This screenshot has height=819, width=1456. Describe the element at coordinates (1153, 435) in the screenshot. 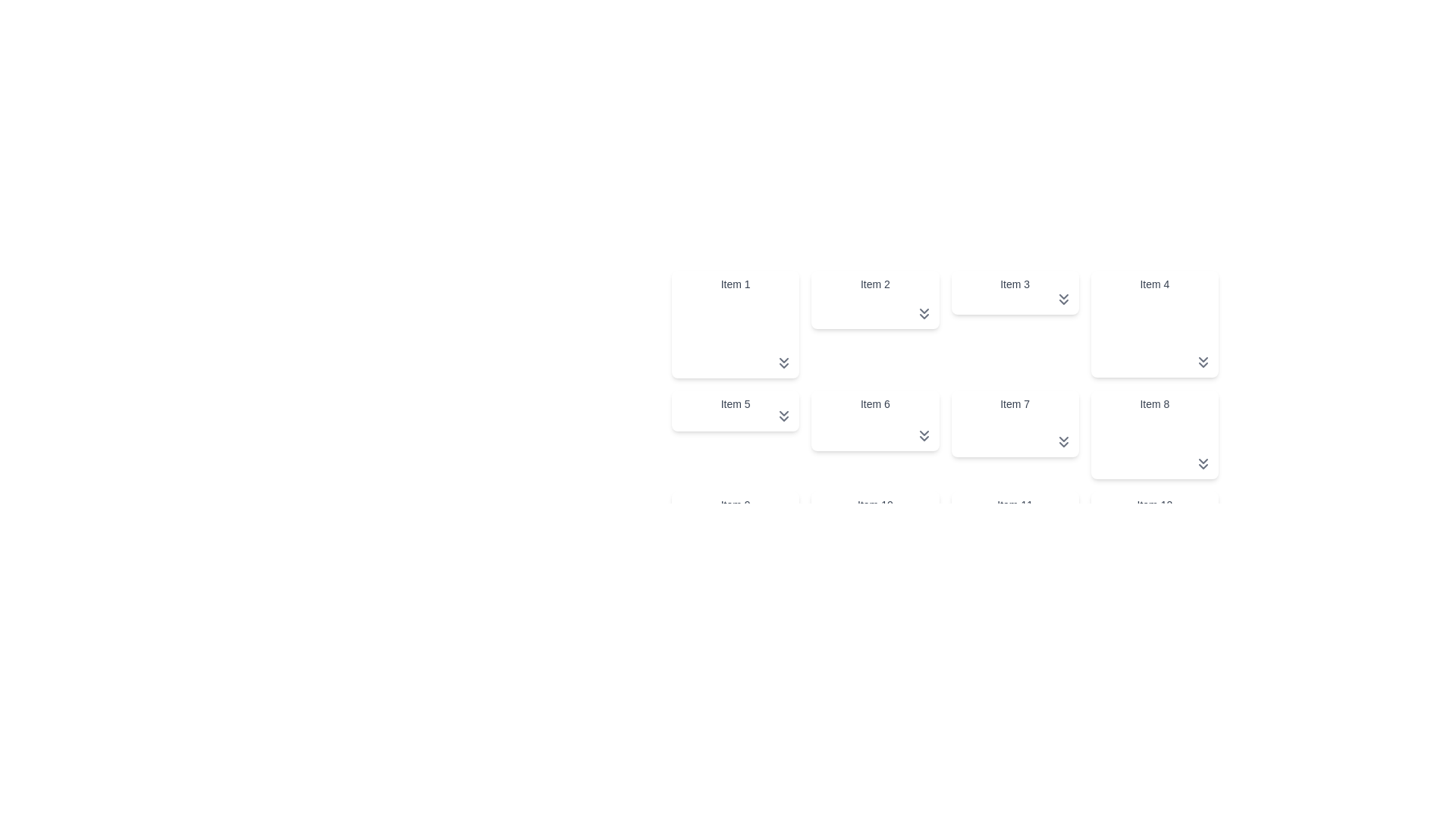

I see `the card item labeled 'Item 8' located in the fourth column of the second row within a grid layout` at that location.